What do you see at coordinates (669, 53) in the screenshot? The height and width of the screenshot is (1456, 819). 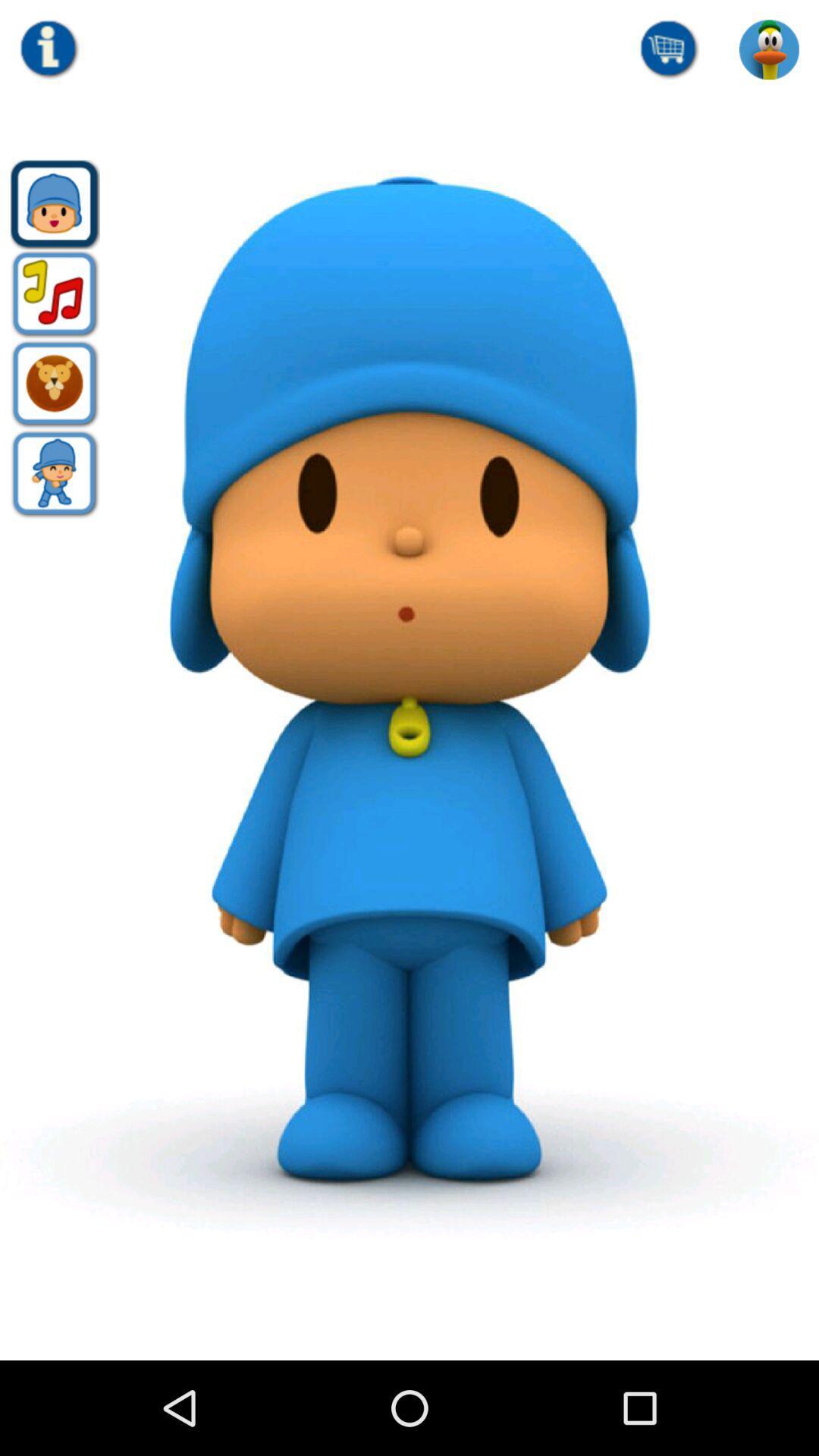 I see `the cart icon` at bounding box center [669, 53].